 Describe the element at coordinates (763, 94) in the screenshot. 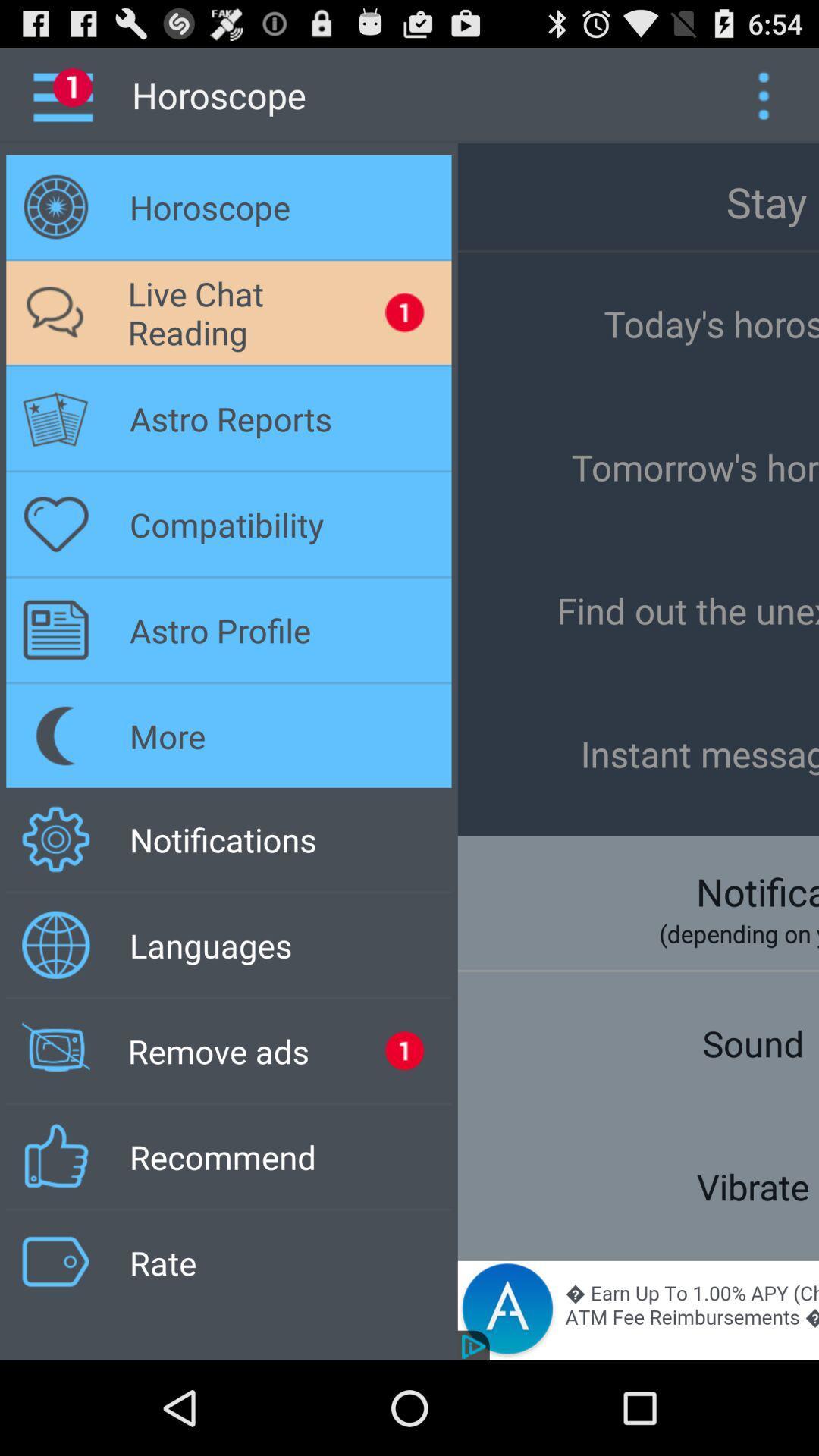

I see `opens menu` at that location.